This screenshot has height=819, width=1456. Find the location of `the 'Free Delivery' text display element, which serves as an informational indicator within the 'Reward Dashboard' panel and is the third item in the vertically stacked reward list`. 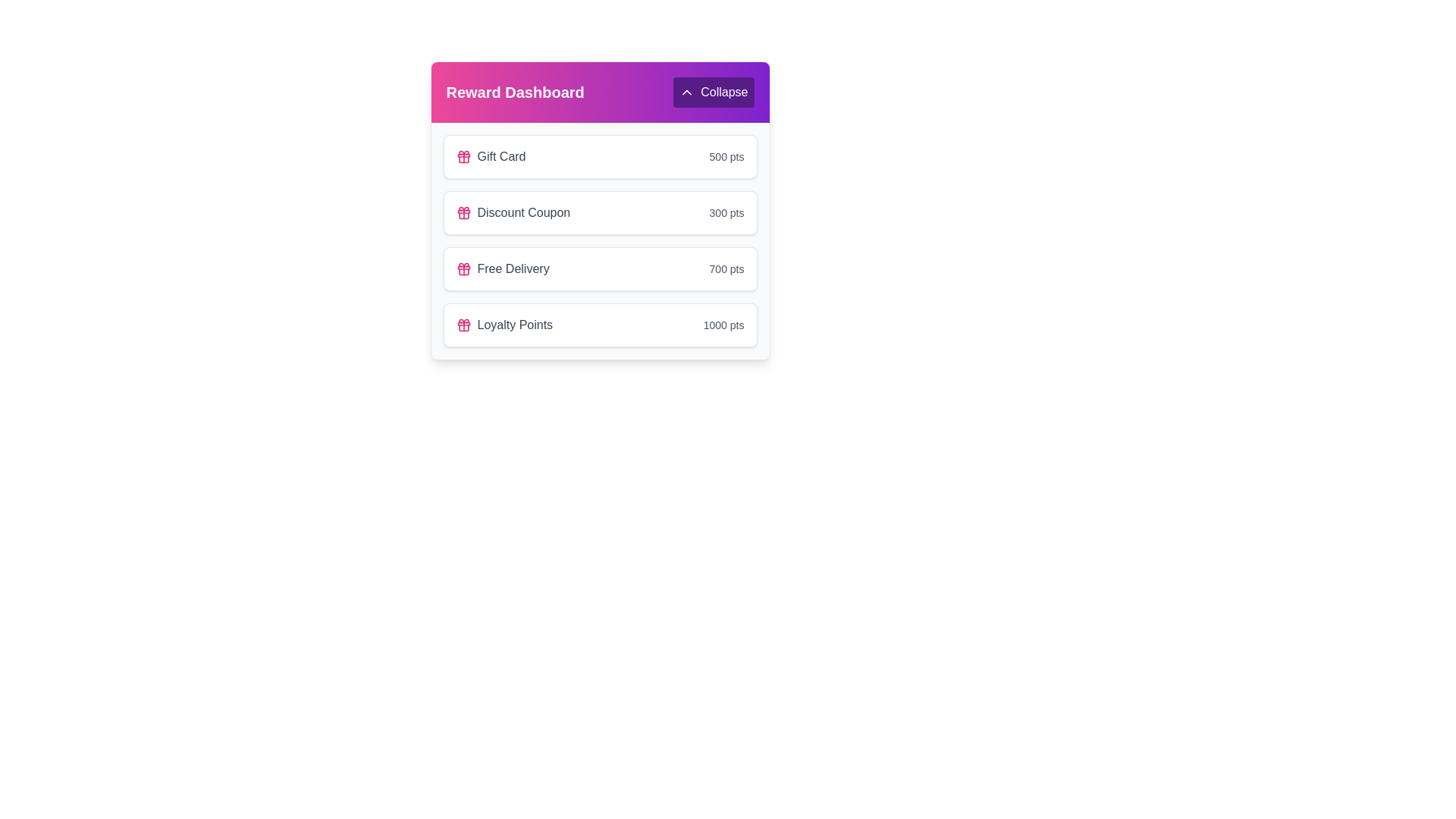

the 'Free Delivery' text display element, which serves as an informational indicator within the 'Reward Dashboard' panel and is the third item in the vertically stacked reward list is located at coordinates (513, 268).